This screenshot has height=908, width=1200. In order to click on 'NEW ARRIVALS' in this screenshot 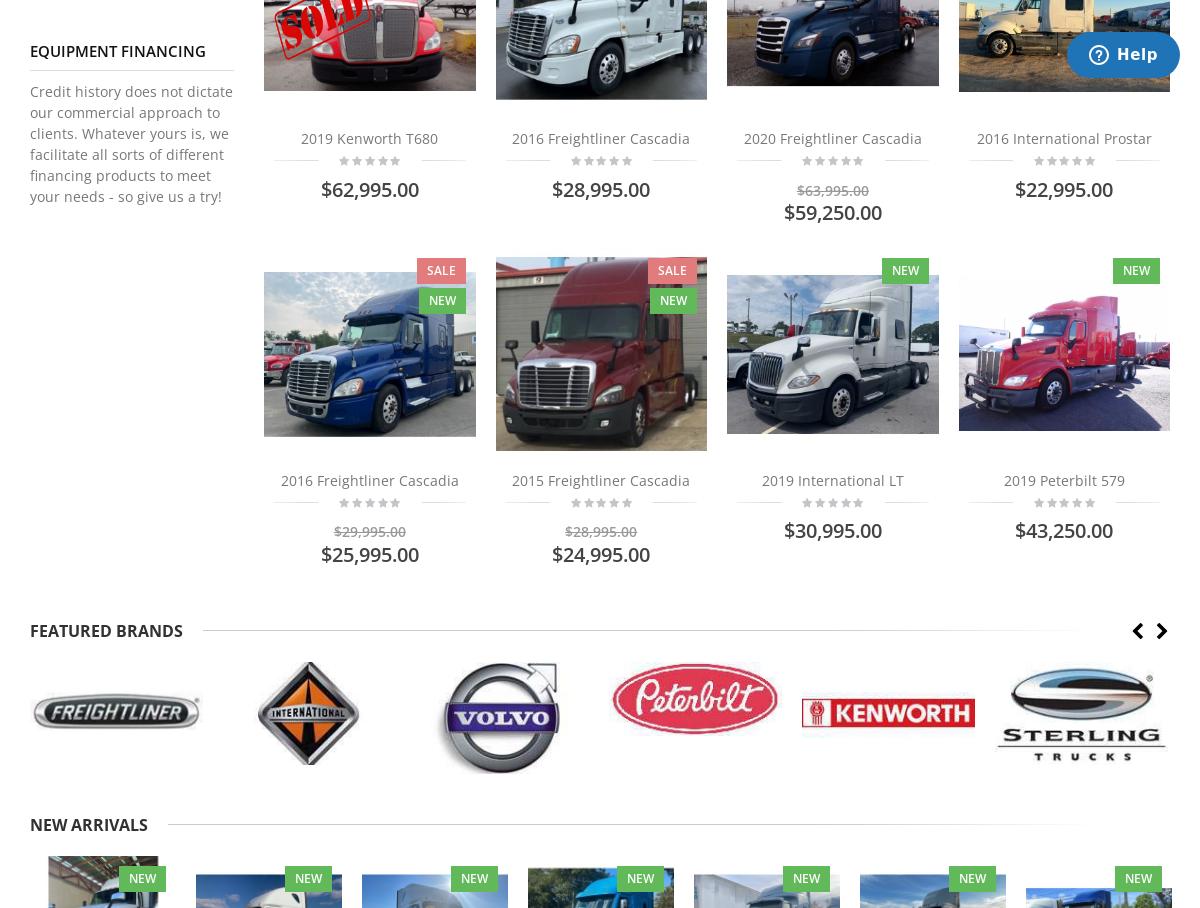, I will do `click(30, 824)`.